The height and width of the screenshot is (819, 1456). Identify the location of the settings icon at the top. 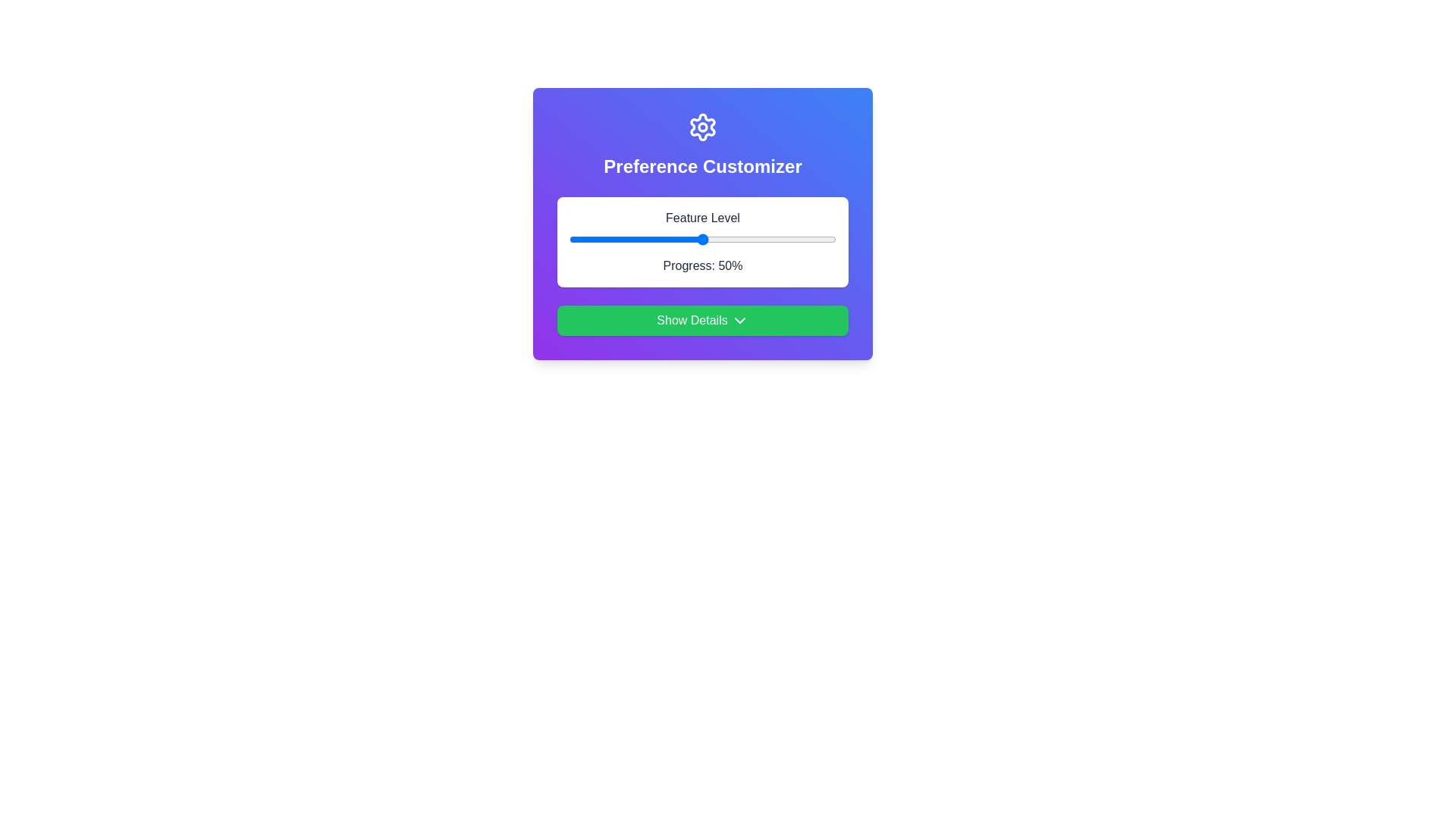
(701, 127).